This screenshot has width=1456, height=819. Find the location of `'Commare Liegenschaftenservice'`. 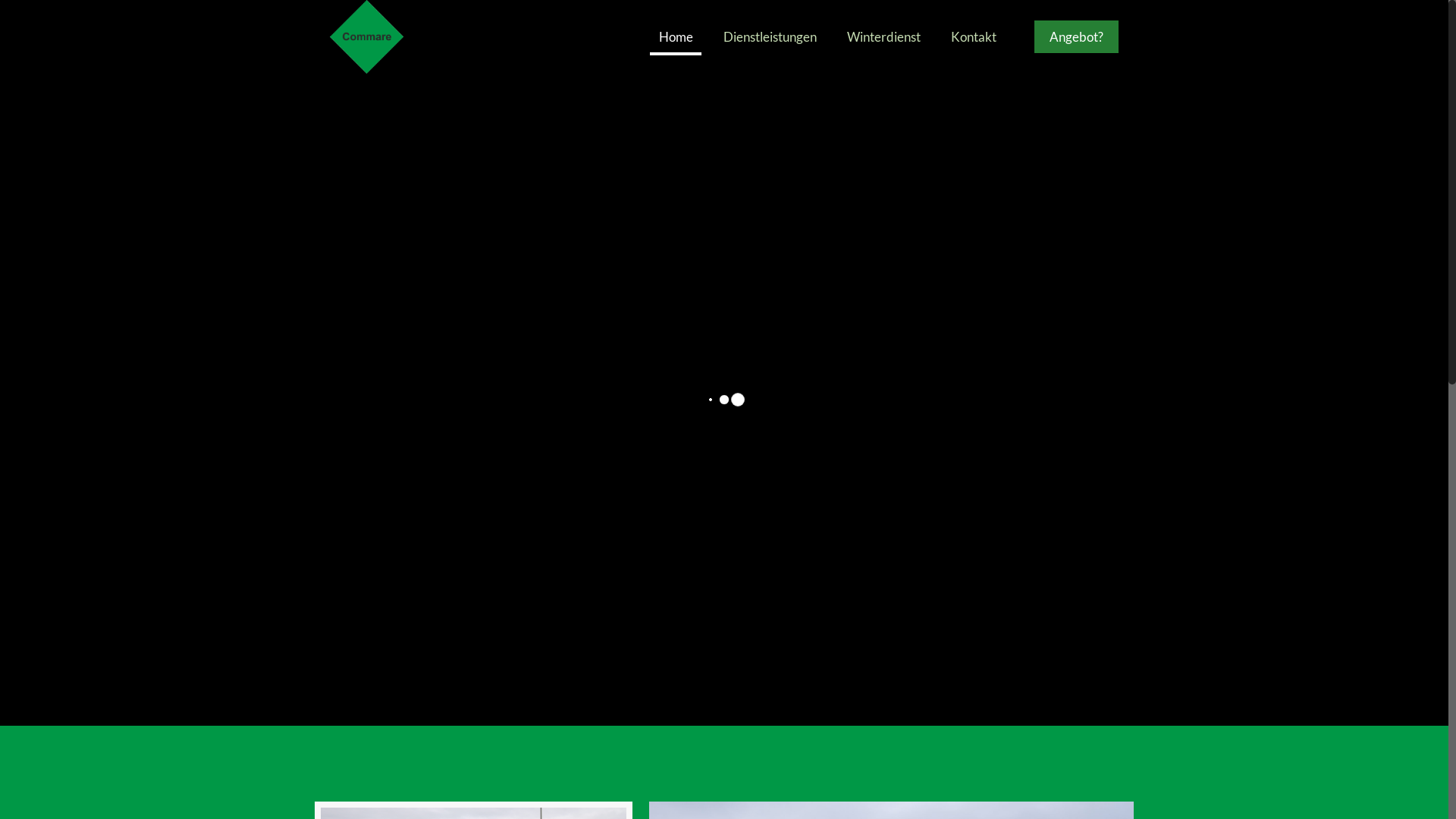

'Commare Liegenschaftenservice' is located at coordinates (329, 36).